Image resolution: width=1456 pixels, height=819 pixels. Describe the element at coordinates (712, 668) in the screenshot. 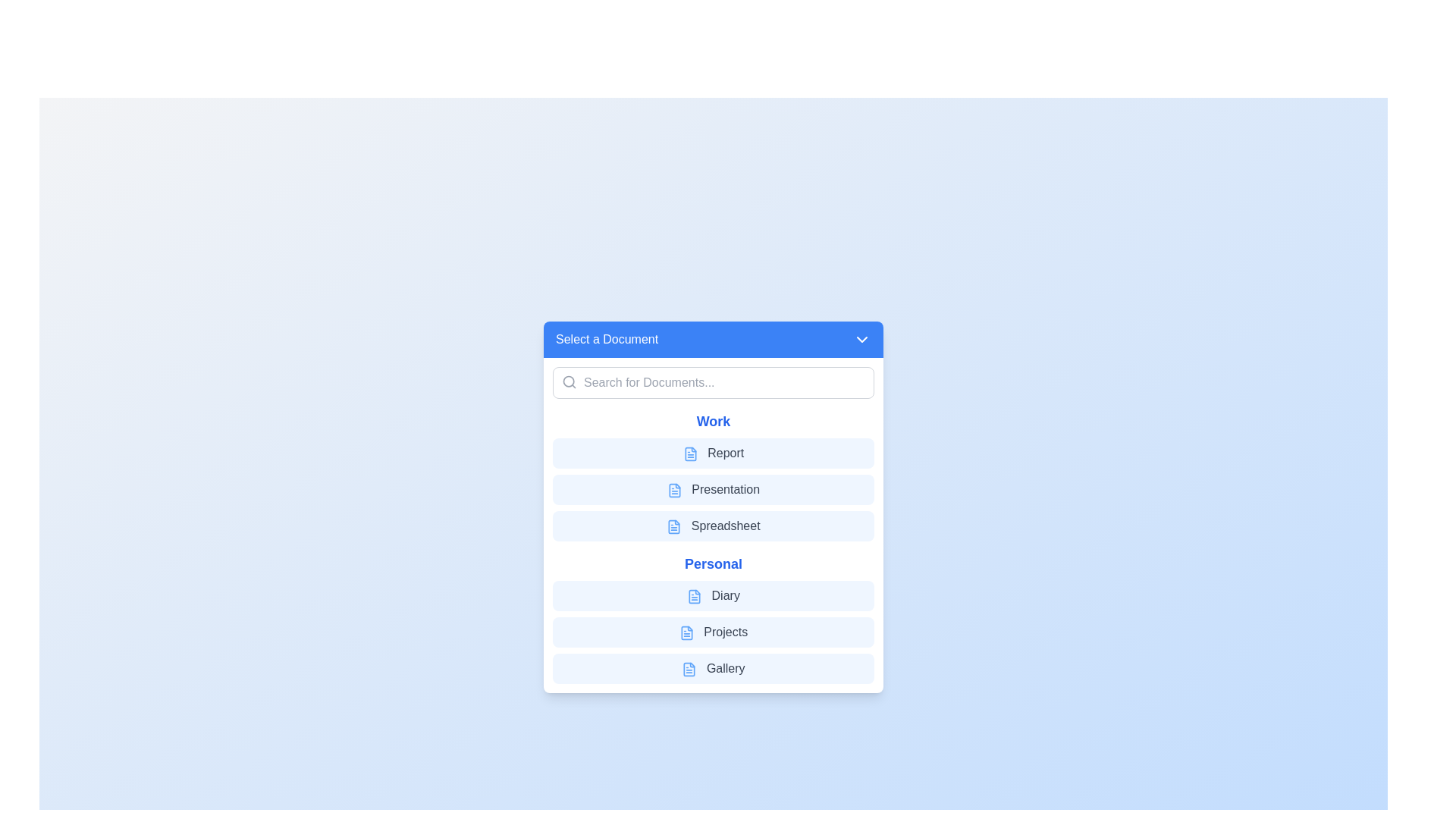

I see `the navigational button located at the bottom of the 'Personal' category to trigger visual feedback` at that location.